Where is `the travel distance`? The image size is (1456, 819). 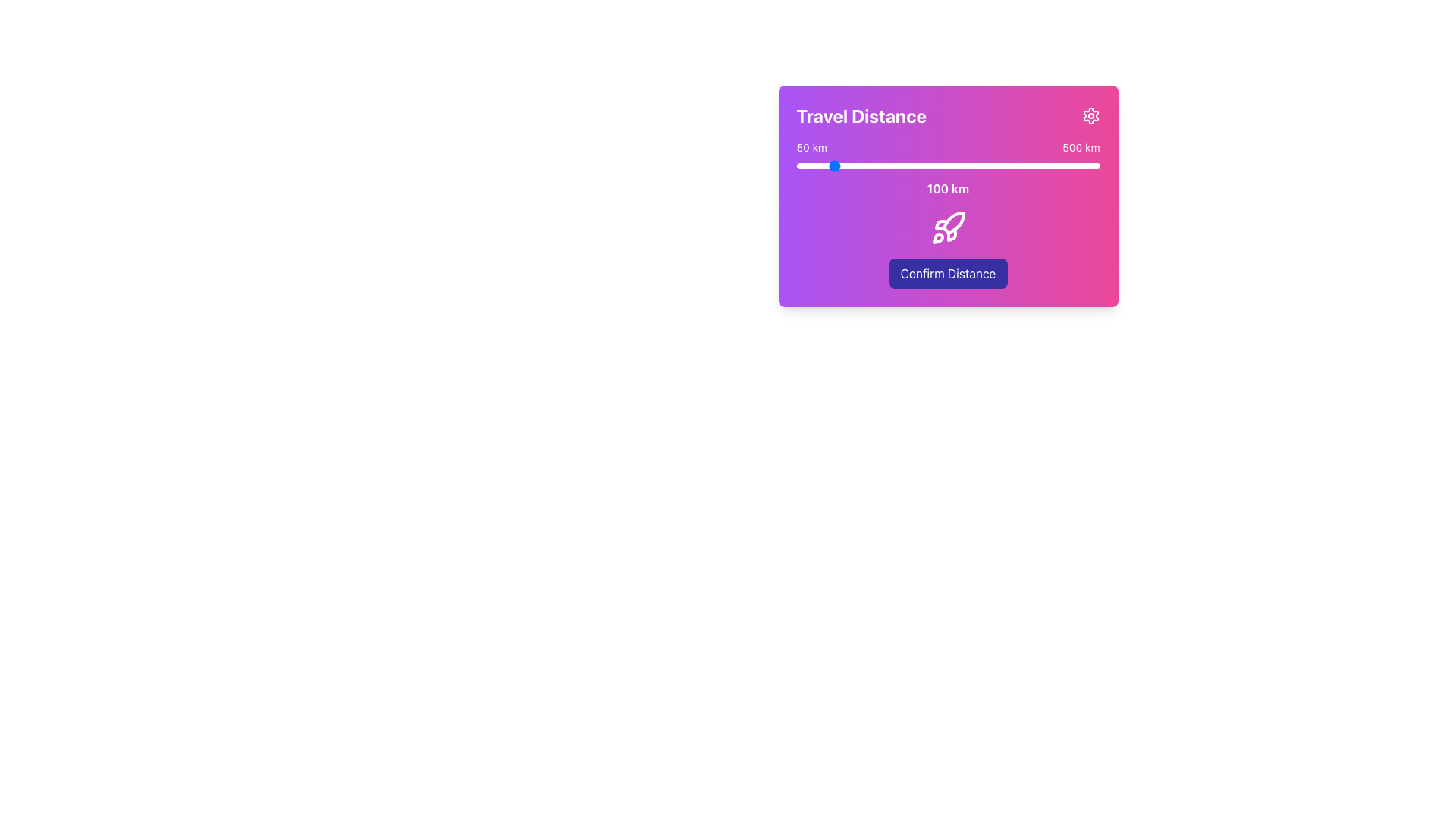 the travel distance is located at coordinates (940, 166).